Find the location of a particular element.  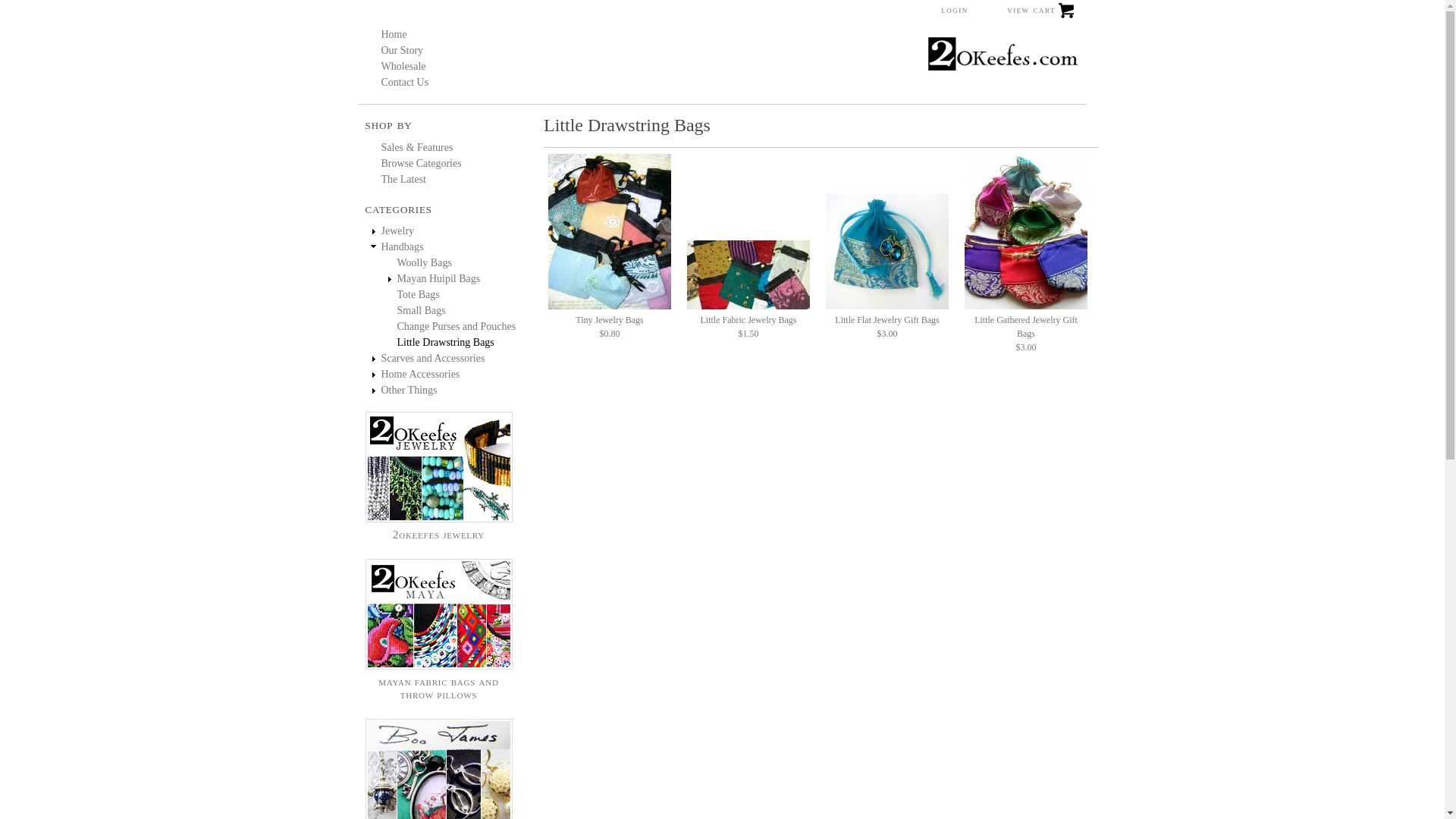

'Wholesale' is located at coordinates (403, 65).